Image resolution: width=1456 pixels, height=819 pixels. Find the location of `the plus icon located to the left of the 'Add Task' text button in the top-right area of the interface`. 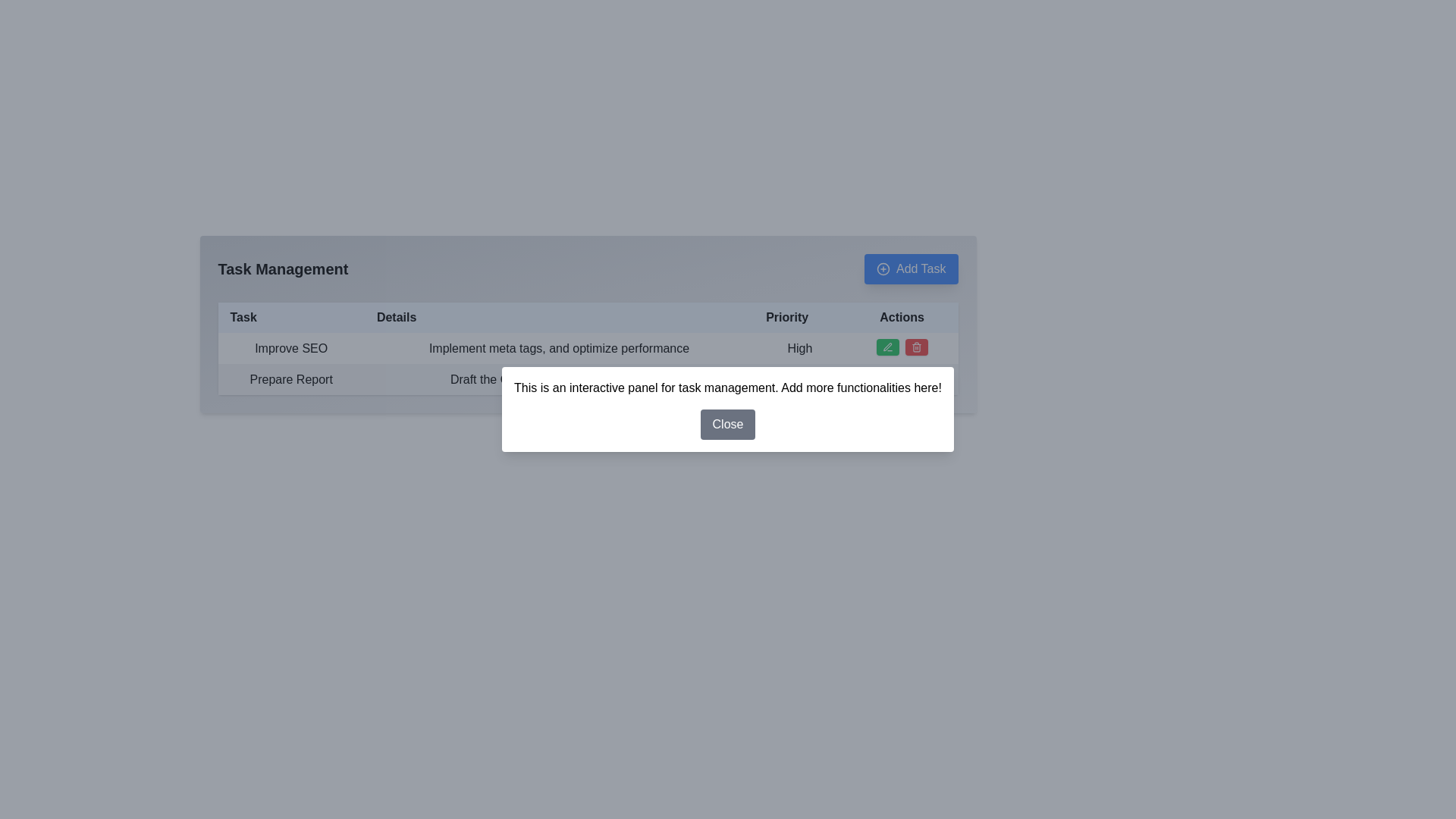

the plus icon located to the left of the 'Add Task' text button in the top-right area of the interface is located at coordinates (883, 268).